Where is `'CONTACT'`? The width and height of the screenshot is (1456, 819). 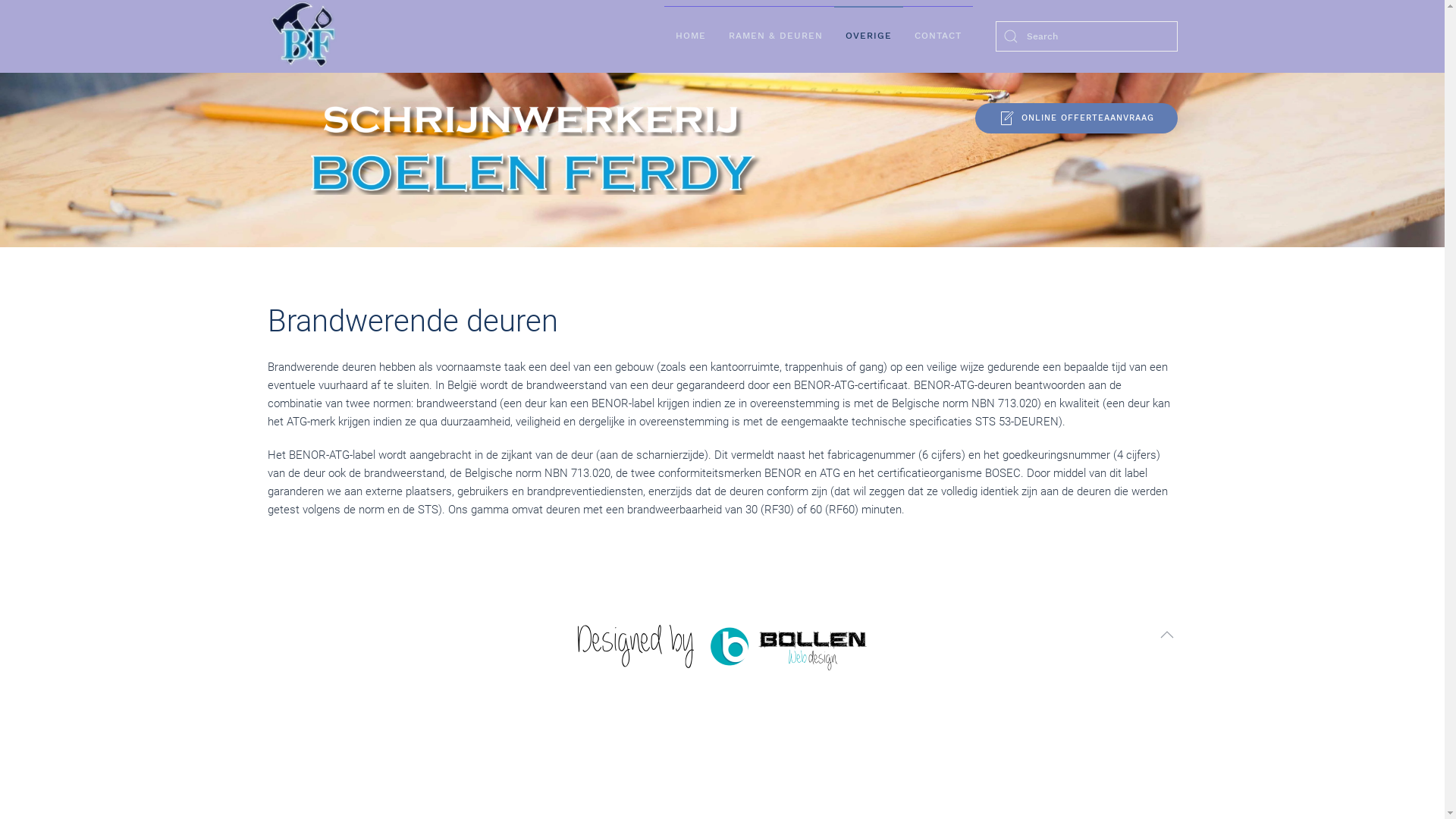 'CONTACT' is located at coordinates (937, 35).